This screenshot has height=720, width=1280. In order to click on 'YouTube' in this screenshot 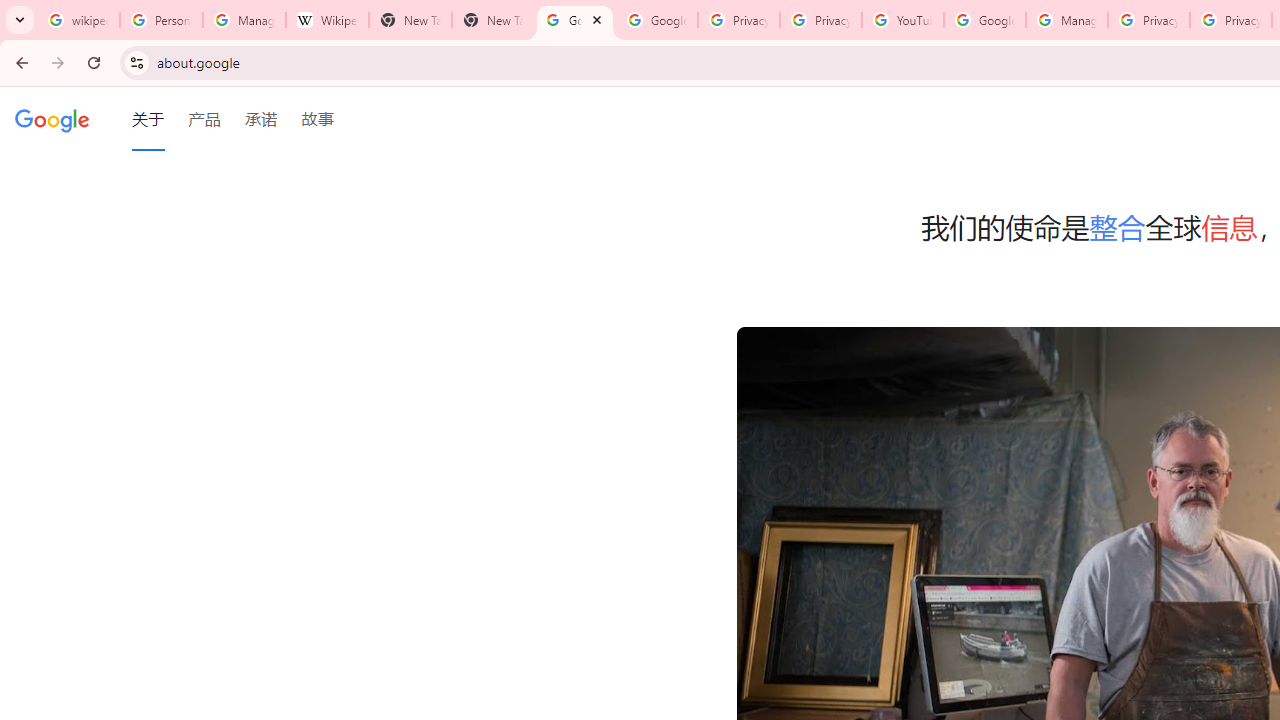, I will do `click(902, 20)`.